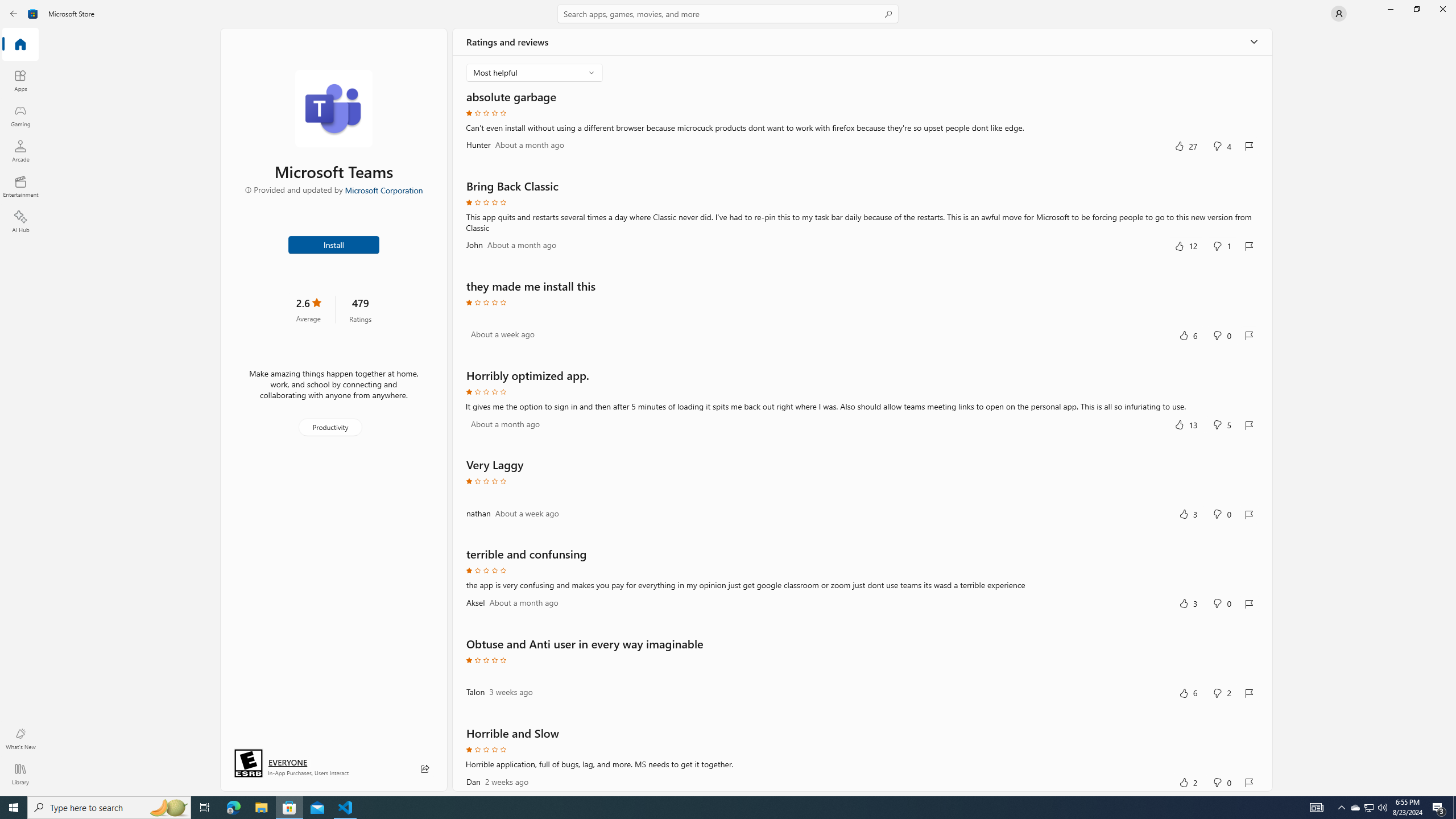 The width and height of the screenshot is (1456, 819). What do you see at coordinates (19, 44) in the screenshot?
I see `'Home'` at bounding box center [19, 44].